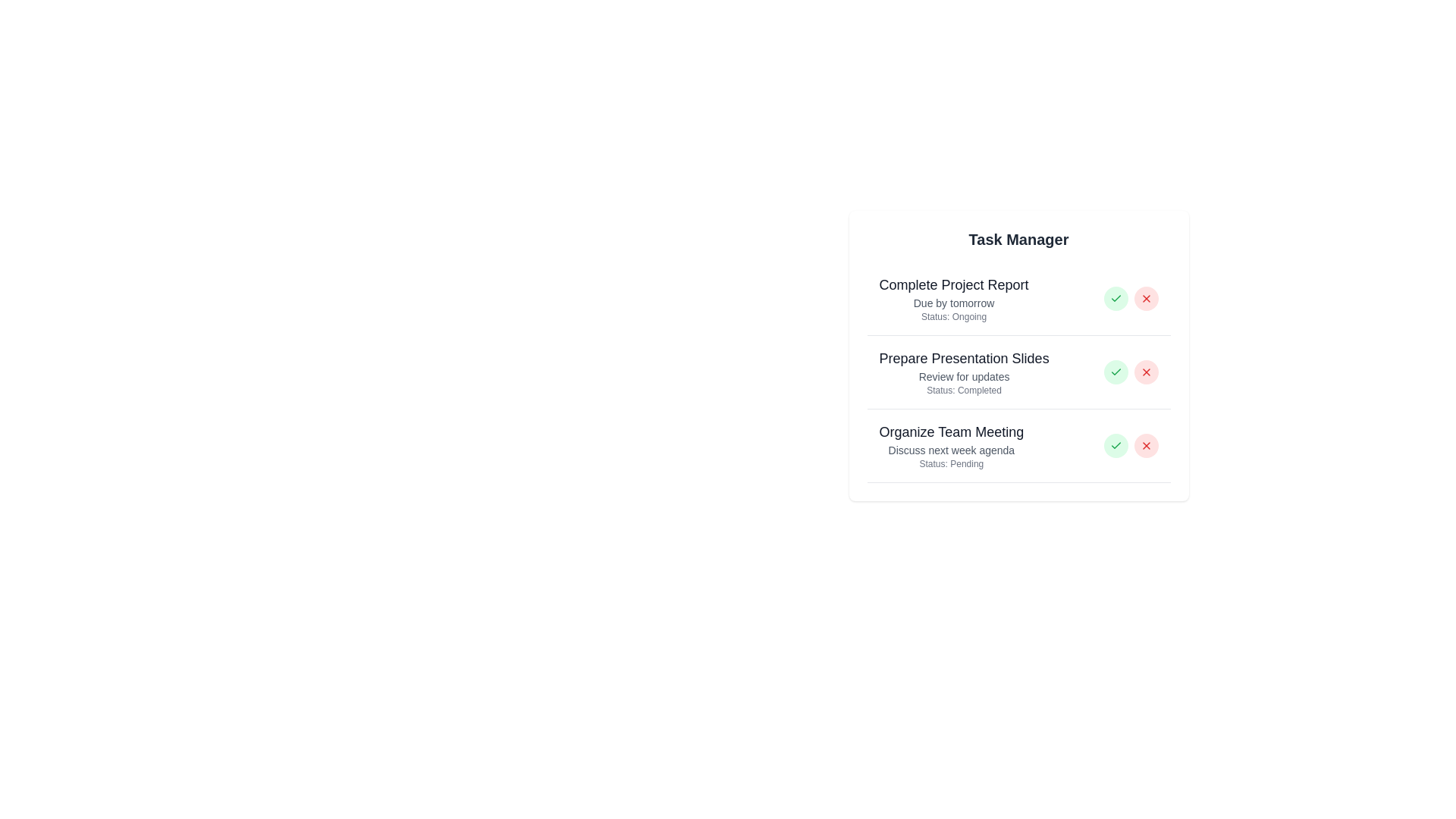 Image resolution: width=1456 pixels, height=819 pixels. Describe the element at coordinates (950, 450) in the screenshot. I see `the static text element that provides supplementary information for the task 'Organize Team Meeting', located beneath the corresponding task title and above the status text in the task card` at that location.